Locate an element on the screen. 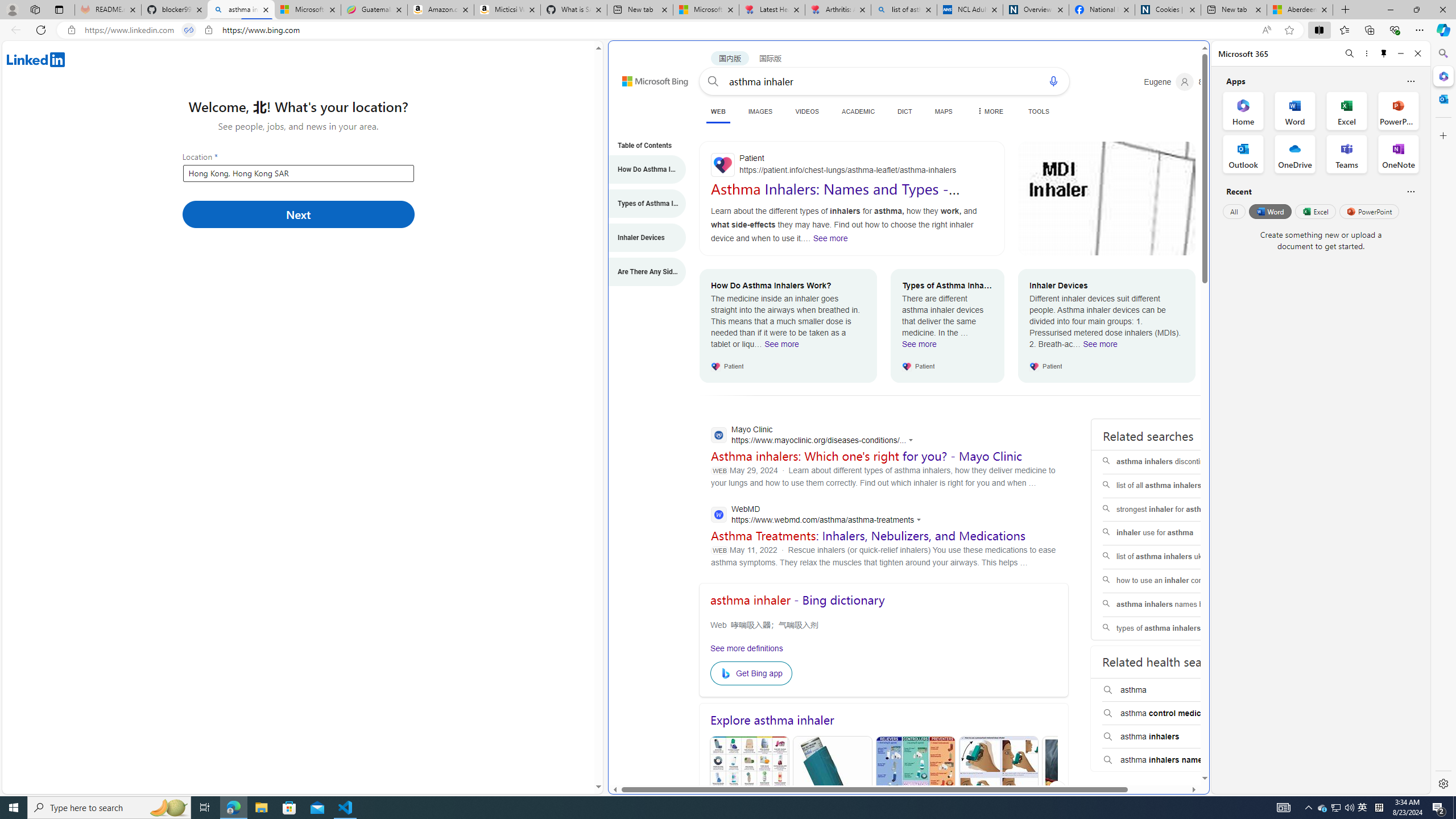  'DICT' is located at coordinates (904, 111).